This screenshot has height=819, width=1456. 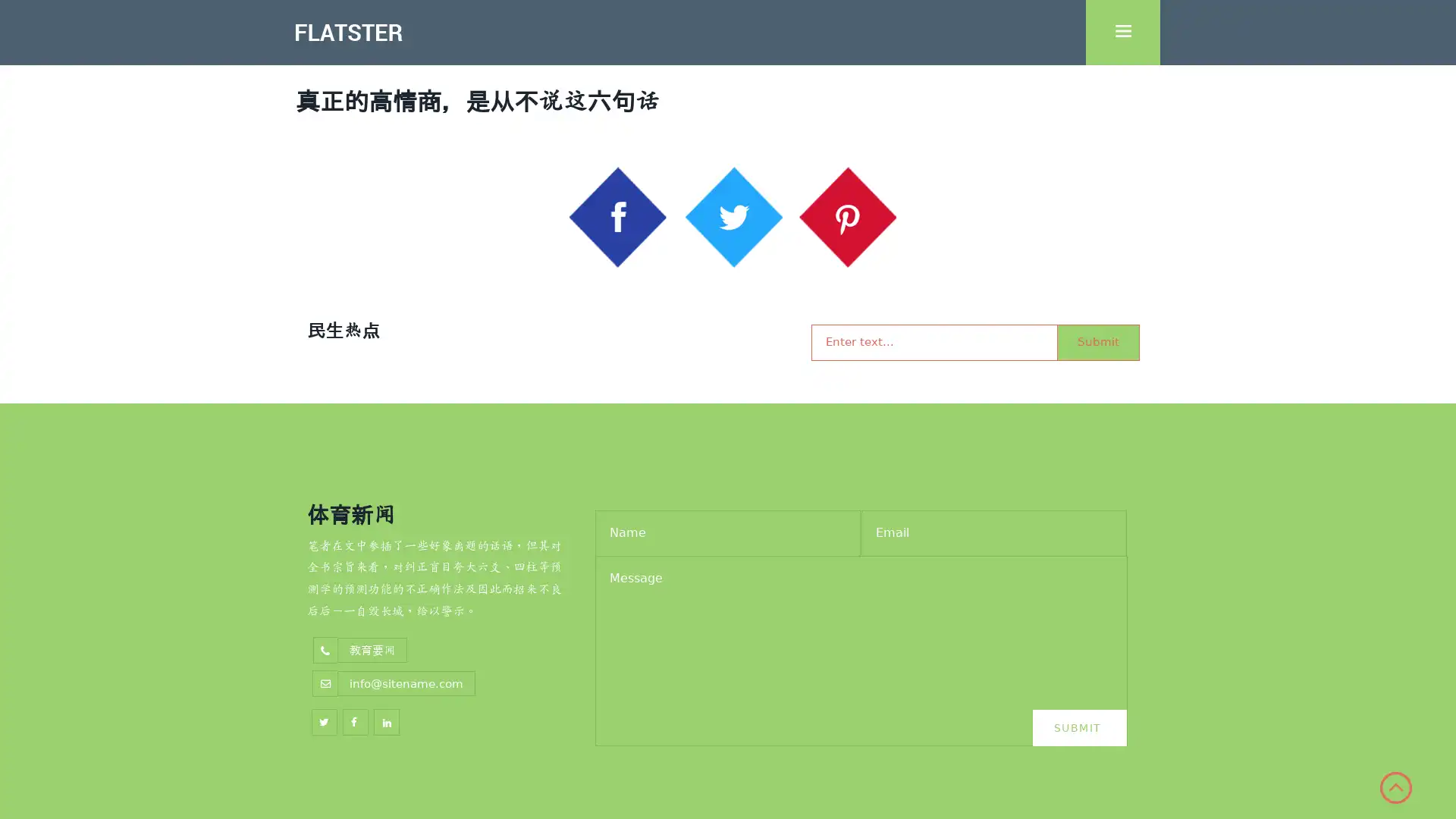 What do you see at coordinates (1093, 342) in the screenshot?
I see `Submit` at bounding box center [1093, 342].